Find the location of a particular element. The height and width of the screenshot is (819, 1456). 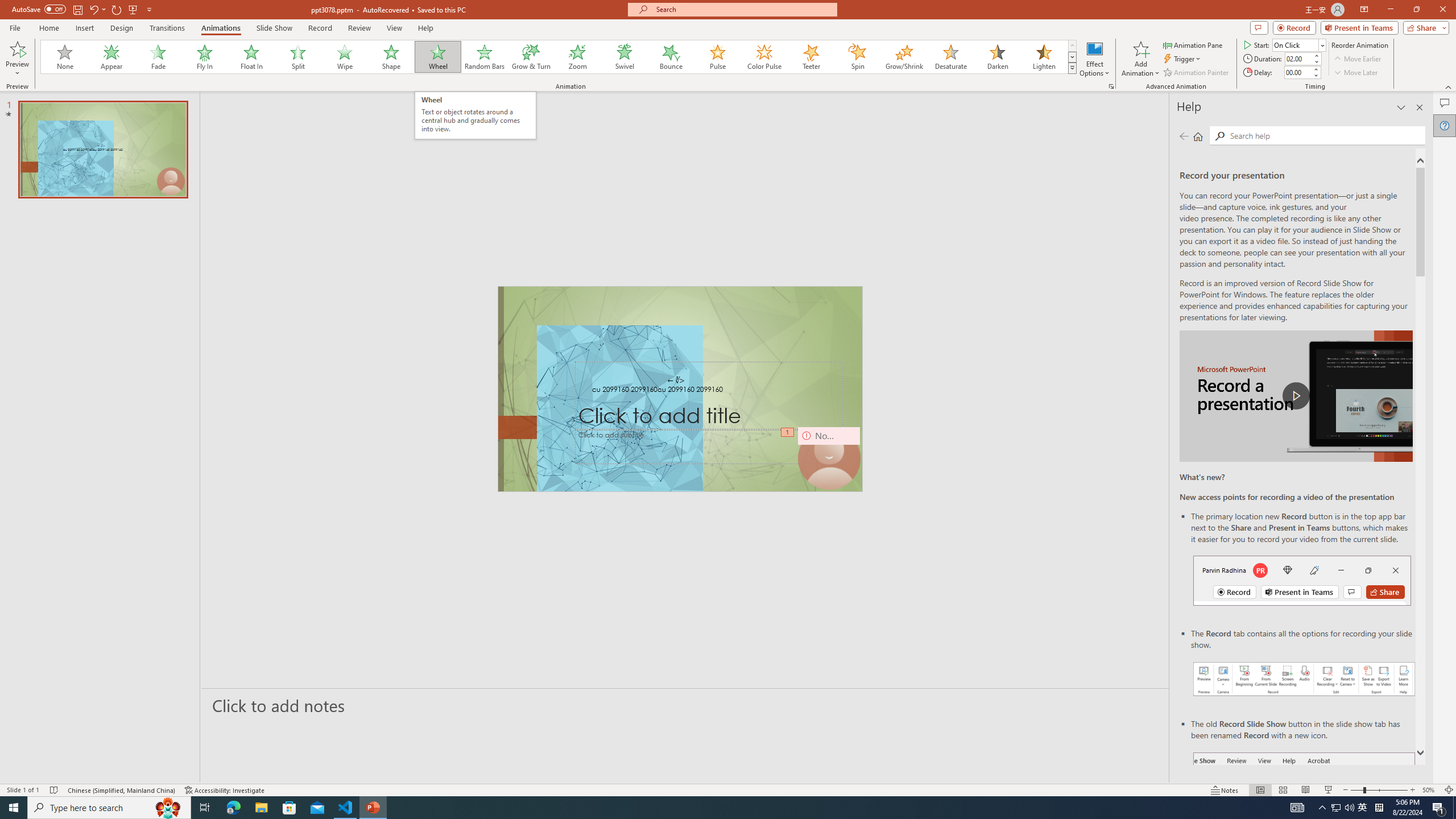

'Pulse' is located at coordinates (717, 56).